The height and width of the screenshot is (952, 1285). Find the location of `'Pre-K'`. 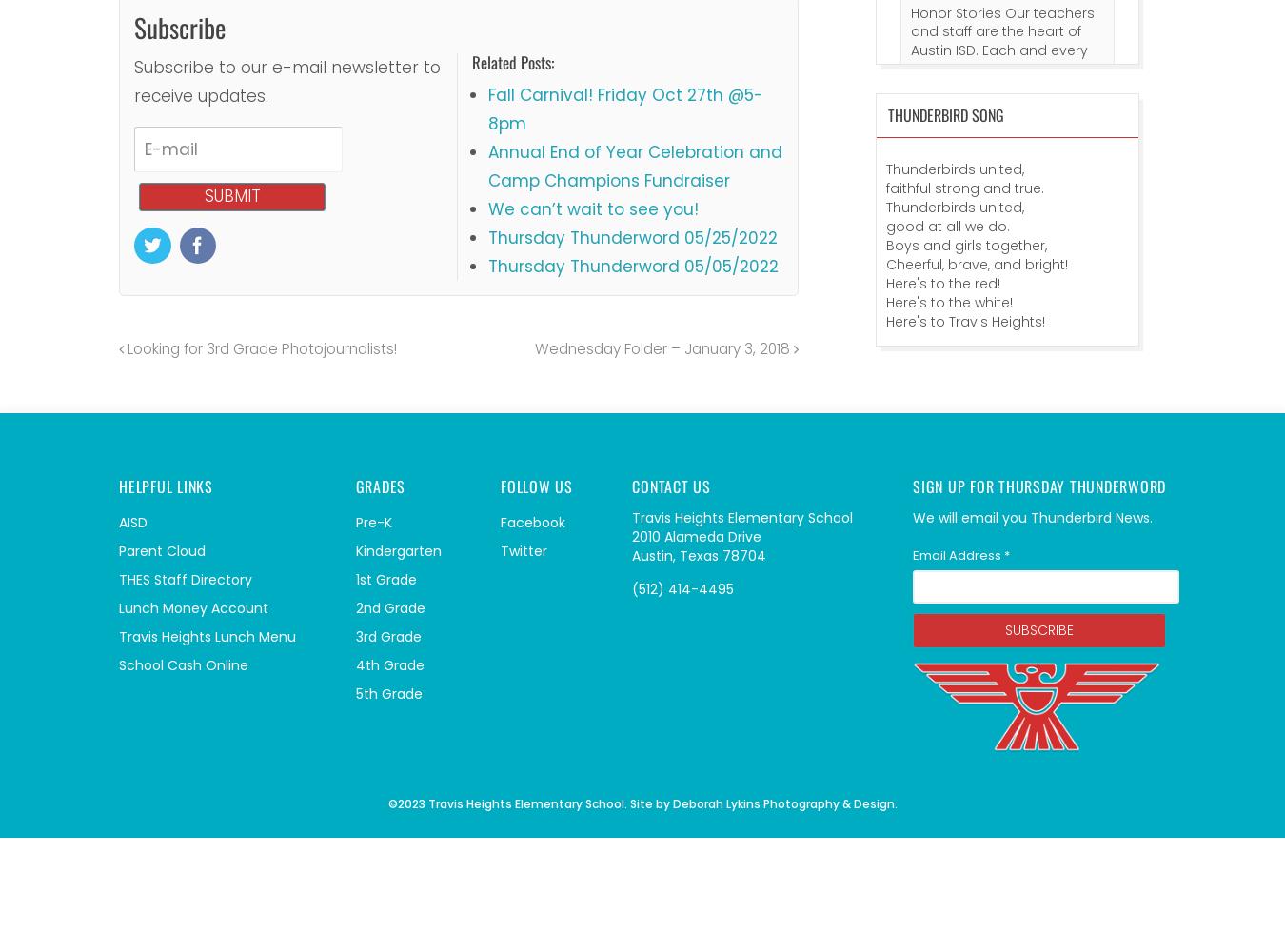

'Pre-K' is located at coordinates (355, 522).